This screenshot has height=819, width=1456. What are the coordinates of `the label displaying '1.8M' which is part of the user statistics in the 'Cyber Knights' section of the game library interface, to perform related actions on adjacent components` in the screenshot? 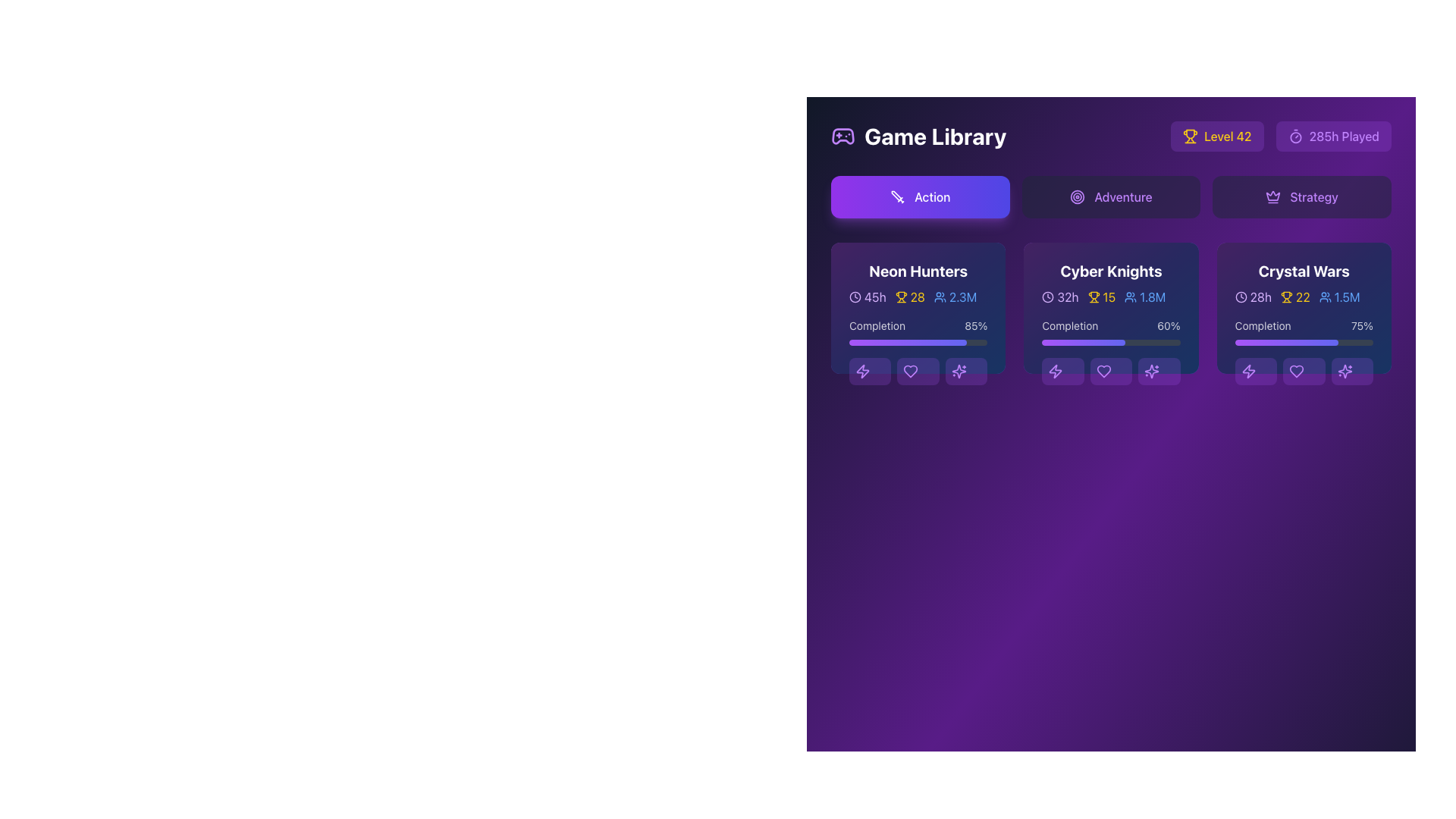 It's located at (1145, 297).